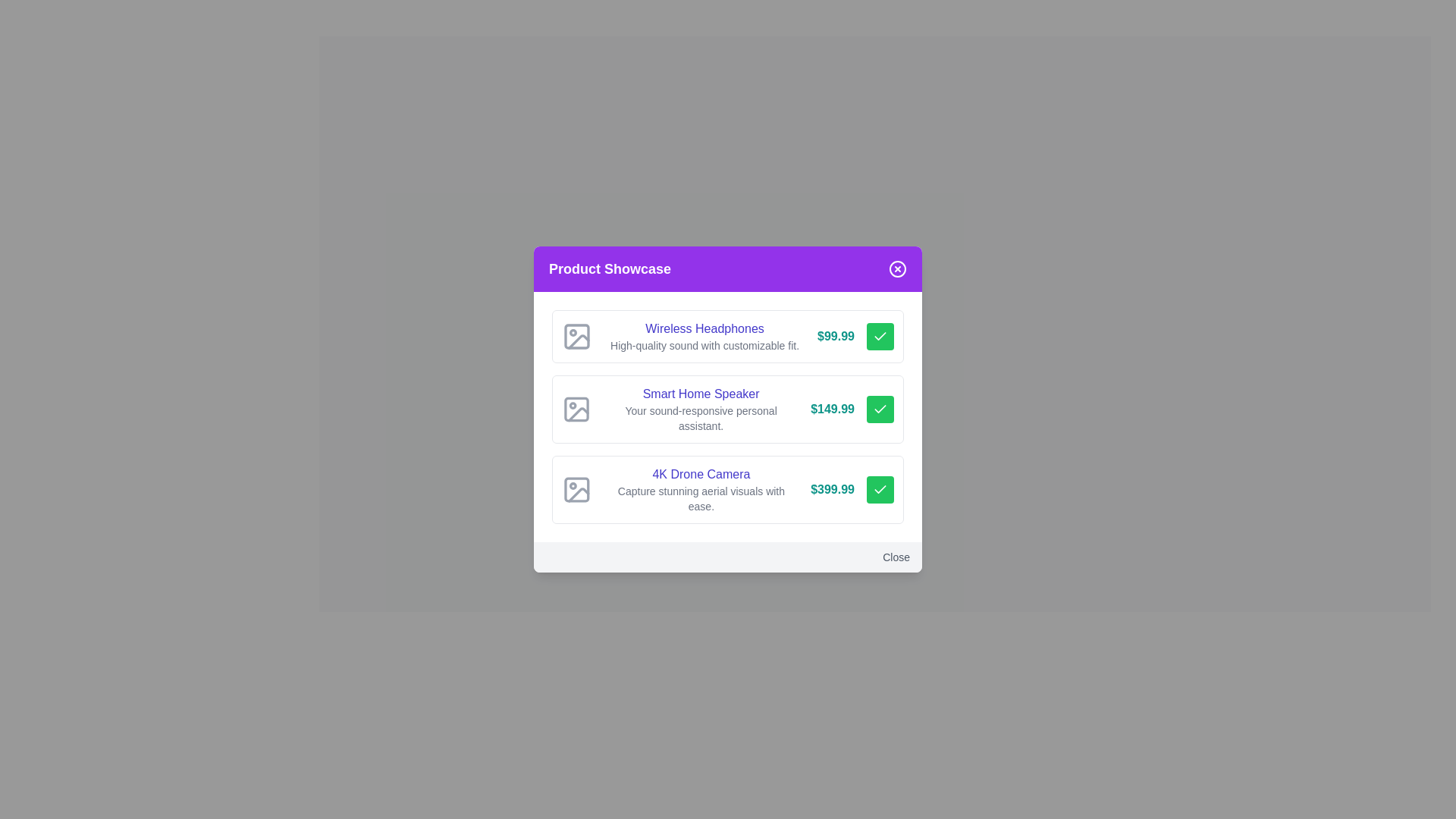  I want to click on the text description component for 'Wireless Headphones' in the 'Product Showcase' modal, so click(704, 335).